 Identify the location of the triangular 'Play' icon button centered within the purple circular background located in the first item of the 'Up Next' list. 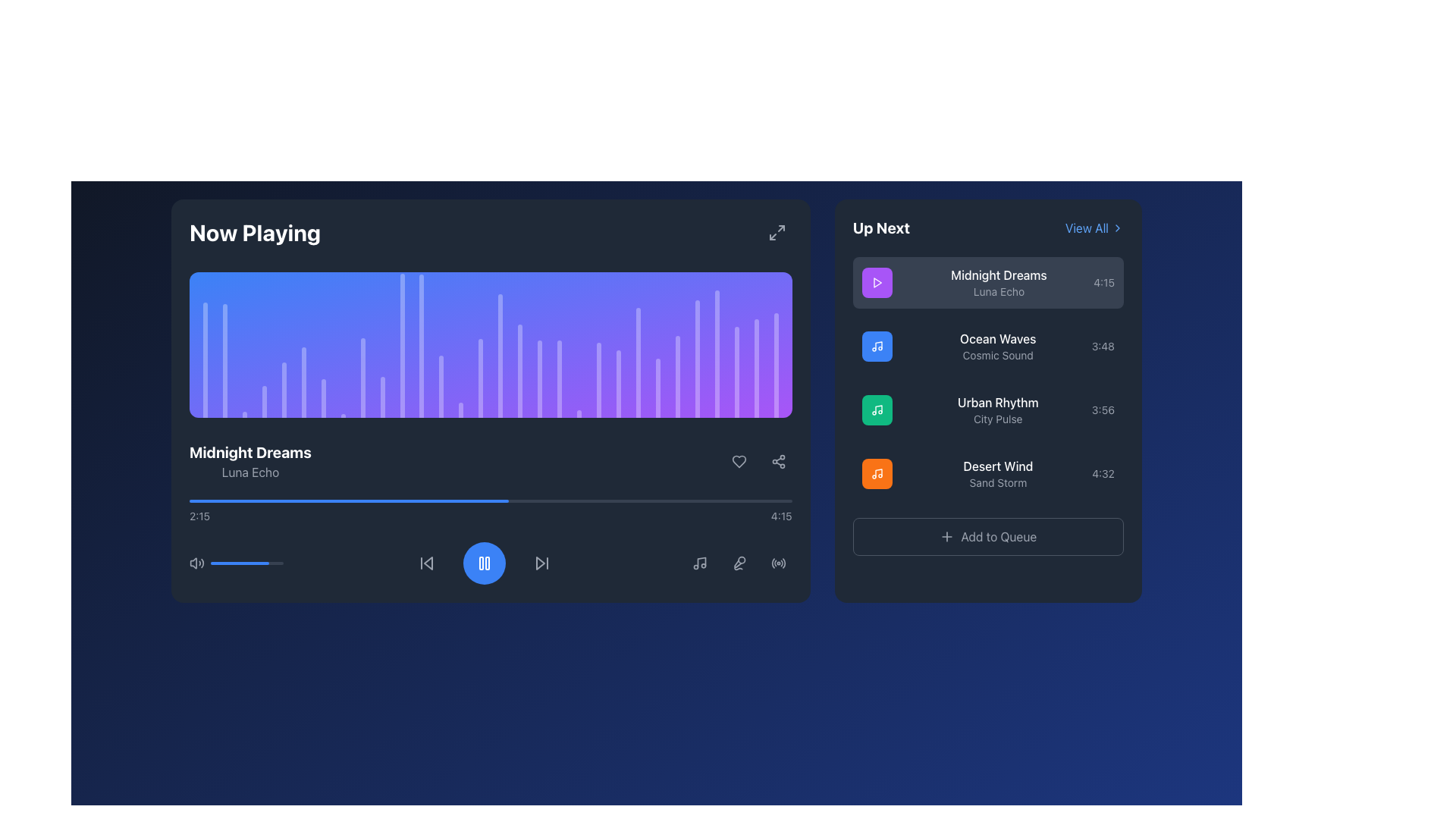
(877, 283).